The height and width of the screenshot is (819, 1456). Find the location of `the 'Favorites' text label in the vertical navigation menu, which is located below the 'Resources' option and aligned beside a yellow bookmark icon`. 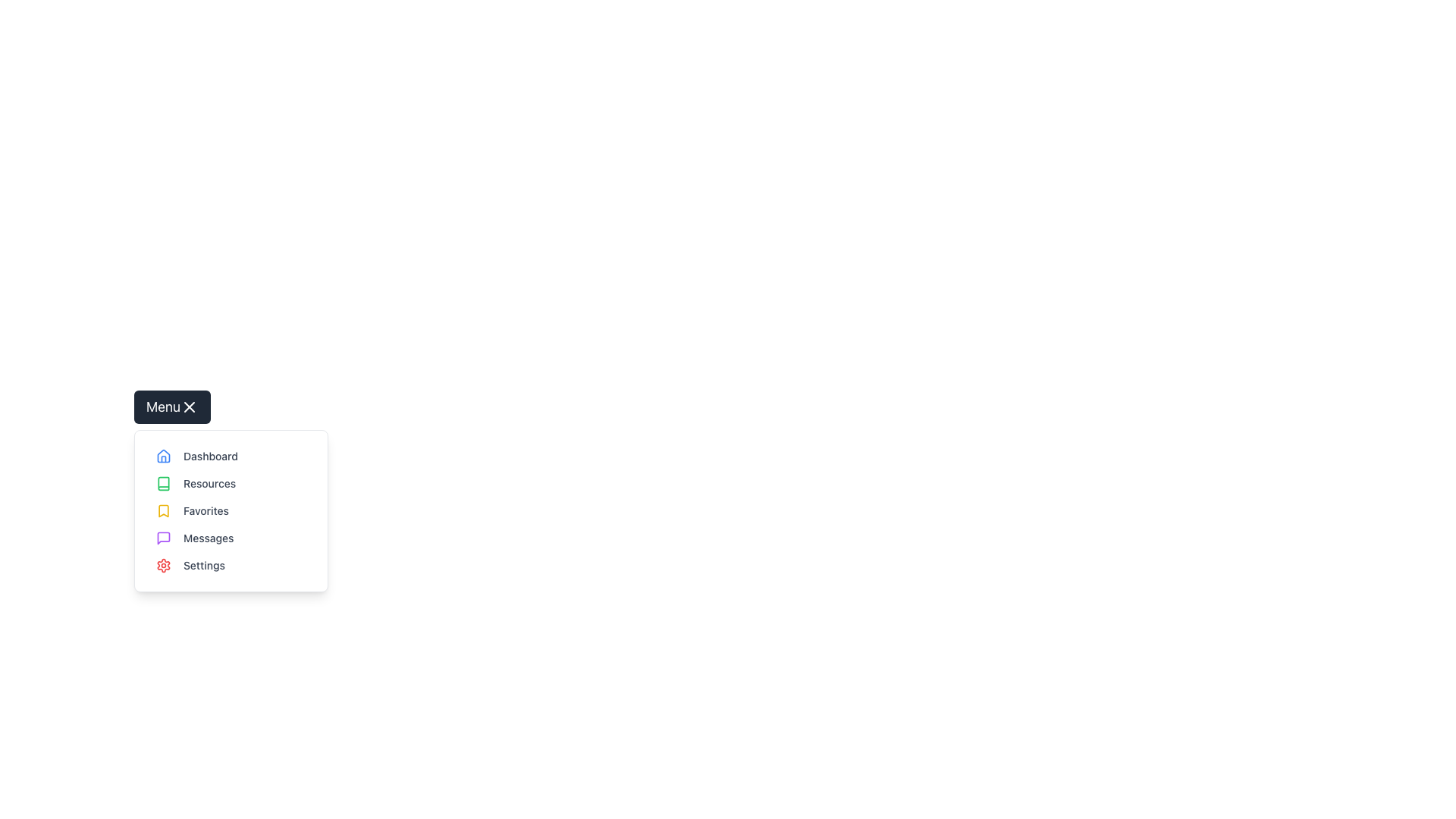

the 'Favorites' text label in the vertical navigation menu, which is located below the 'Resources' option and aligned beside a yellow bookmark icon is located at coordinates (206, 511).